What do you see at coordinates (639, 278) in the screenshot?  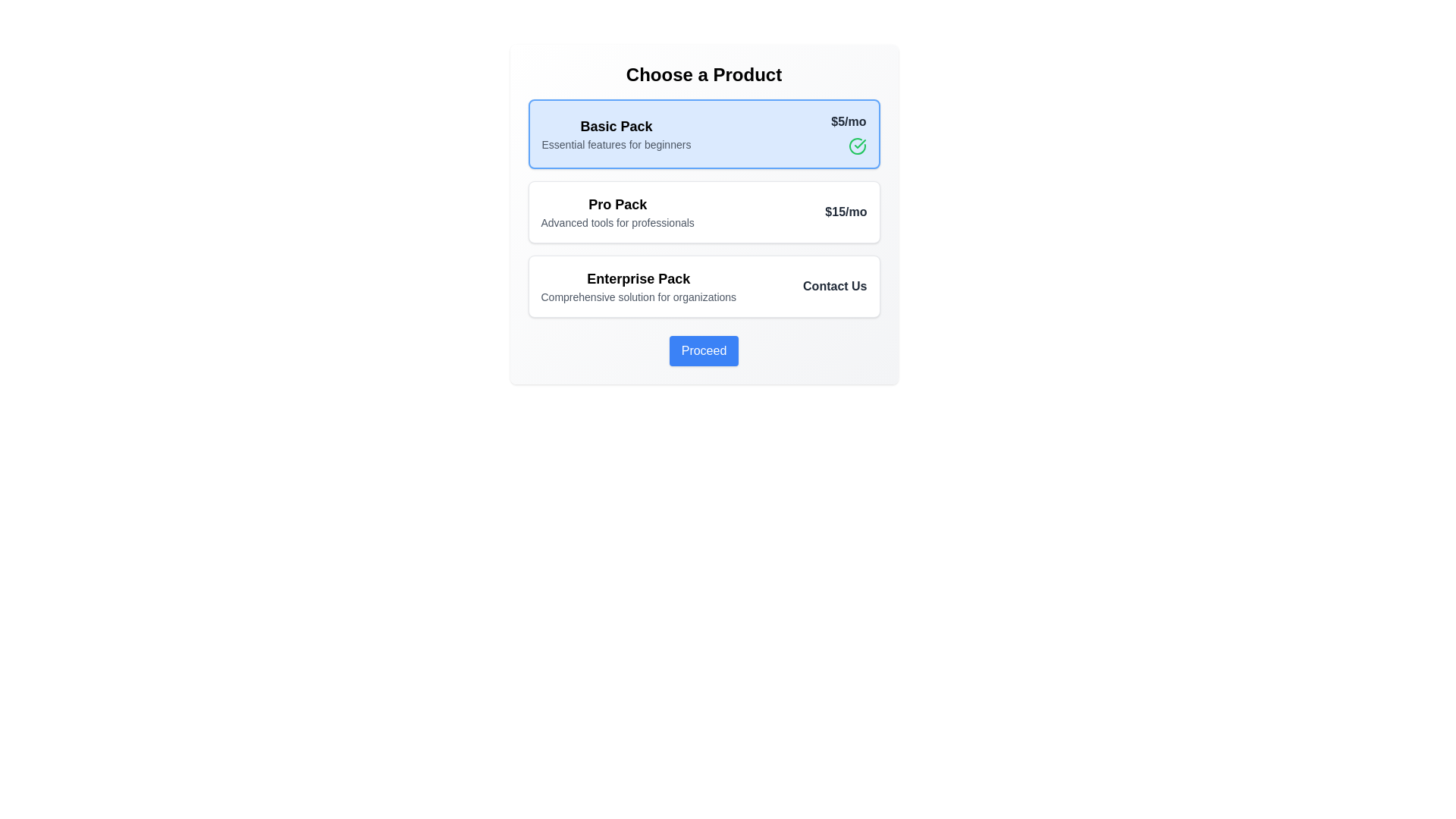 I see `the text label that displays 'Enterprise Pack', which is styled in bold and larger font, located centrally in its section and positioned between the 'Pro Pack' product and the 'Proceed' button` at bounding box center [639, 278].